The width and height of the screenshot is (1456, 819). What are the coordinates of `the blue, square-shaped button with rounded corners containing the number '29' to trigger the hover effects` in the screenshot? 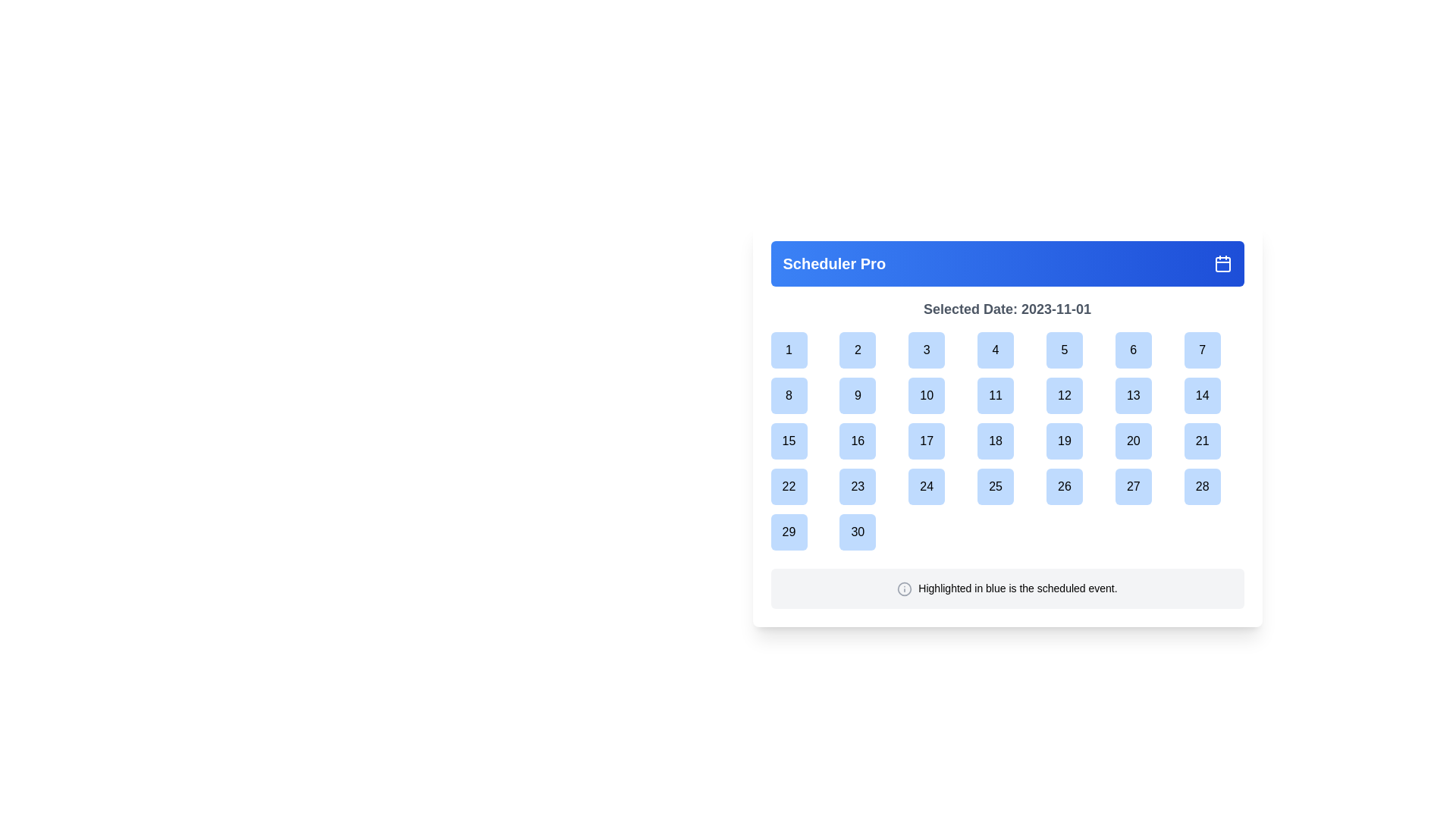 It's located at (789, 532).